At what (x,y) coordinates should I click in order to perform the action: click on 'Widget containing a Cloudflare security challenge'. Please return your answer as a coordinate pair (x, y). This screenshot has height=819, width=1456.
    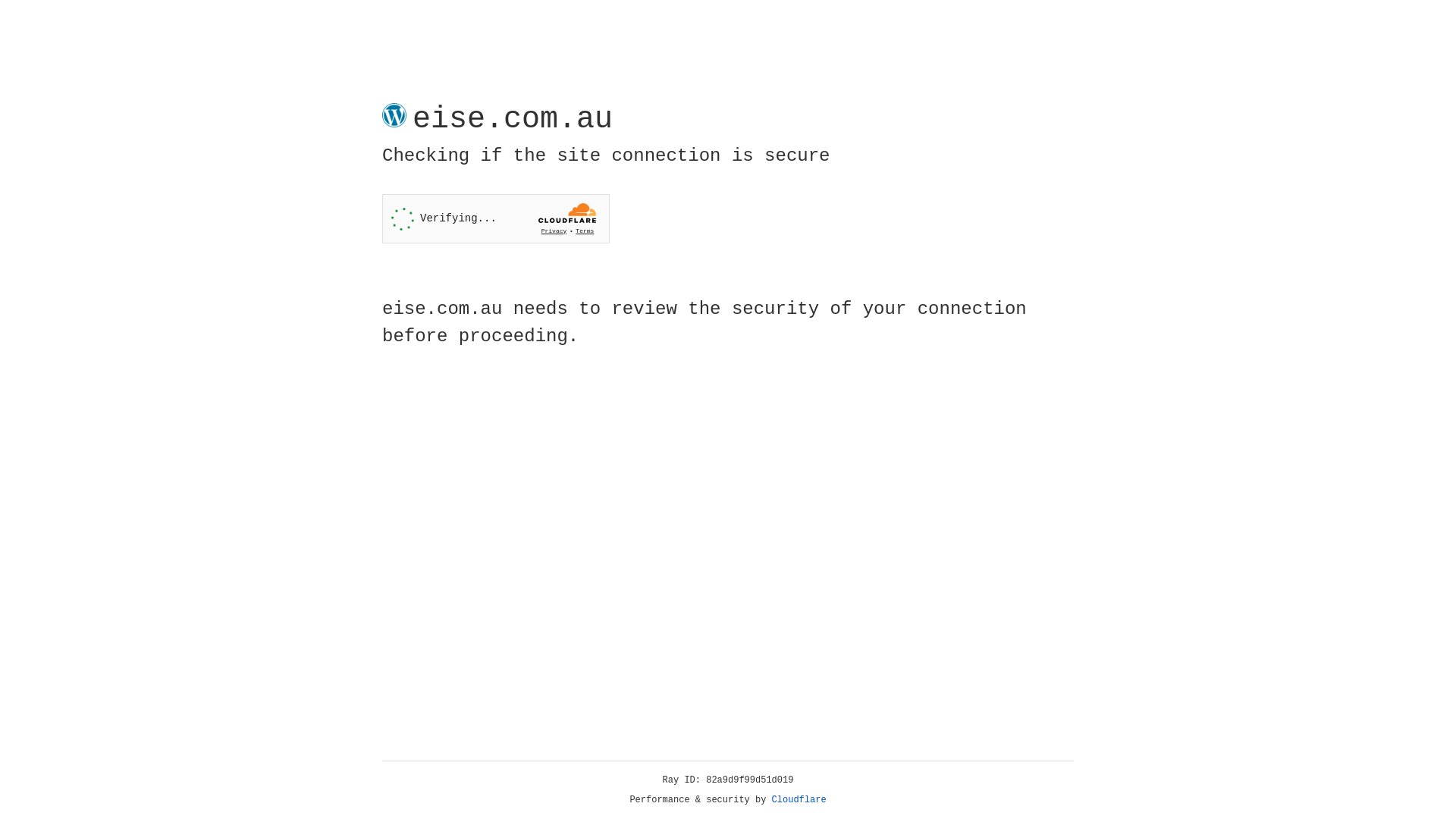
    Looking at the image, I should click on (495, 218).